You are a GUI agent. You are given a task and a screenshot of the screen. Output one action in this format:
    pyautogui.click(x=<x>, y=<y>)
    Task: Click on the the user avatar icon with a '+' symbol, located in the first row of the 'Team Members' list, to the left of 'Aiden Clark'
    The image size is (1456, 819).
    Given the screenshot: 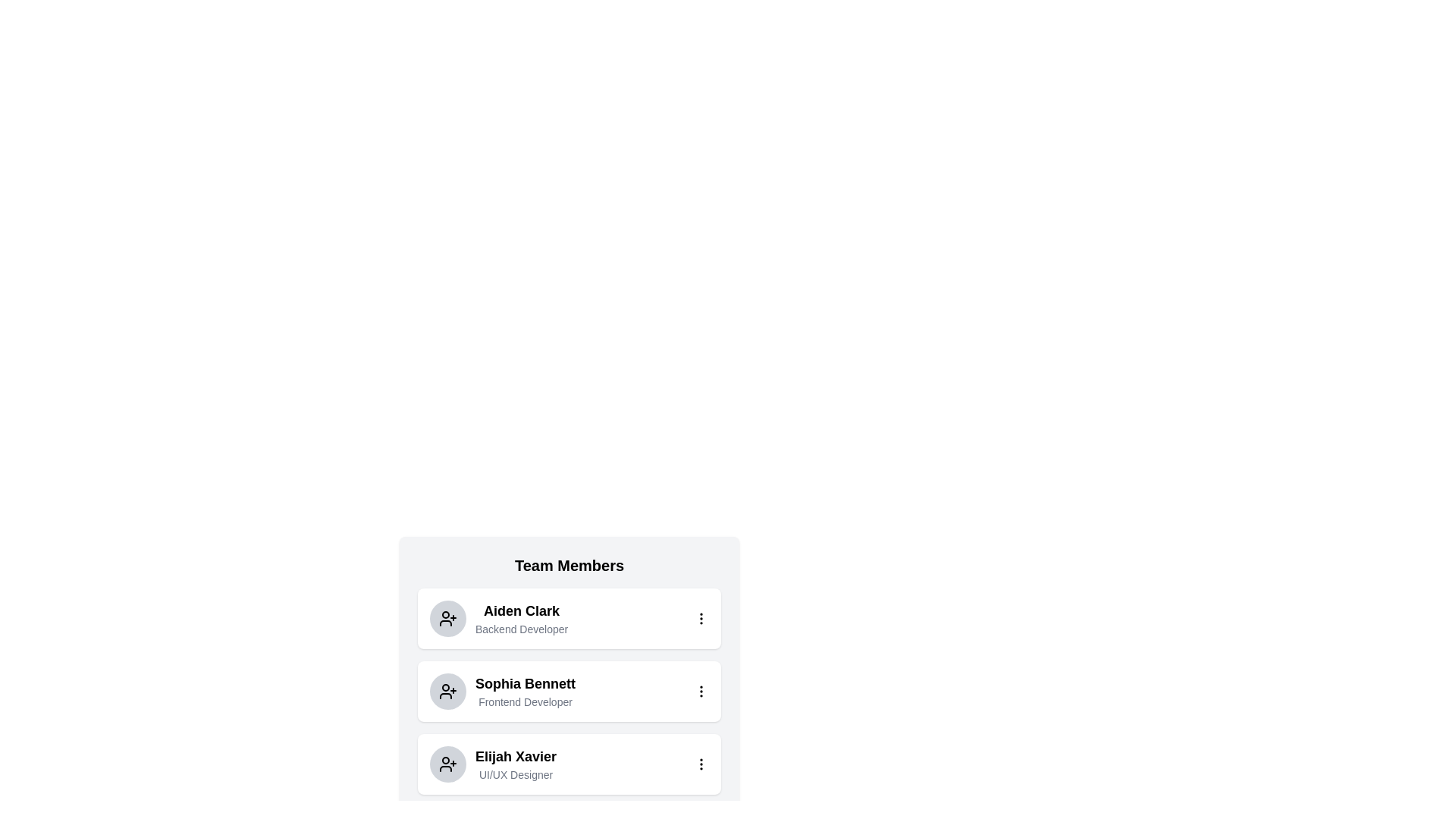 What is the action you would take?
    pyautogui.click(x=447, y=619)
    